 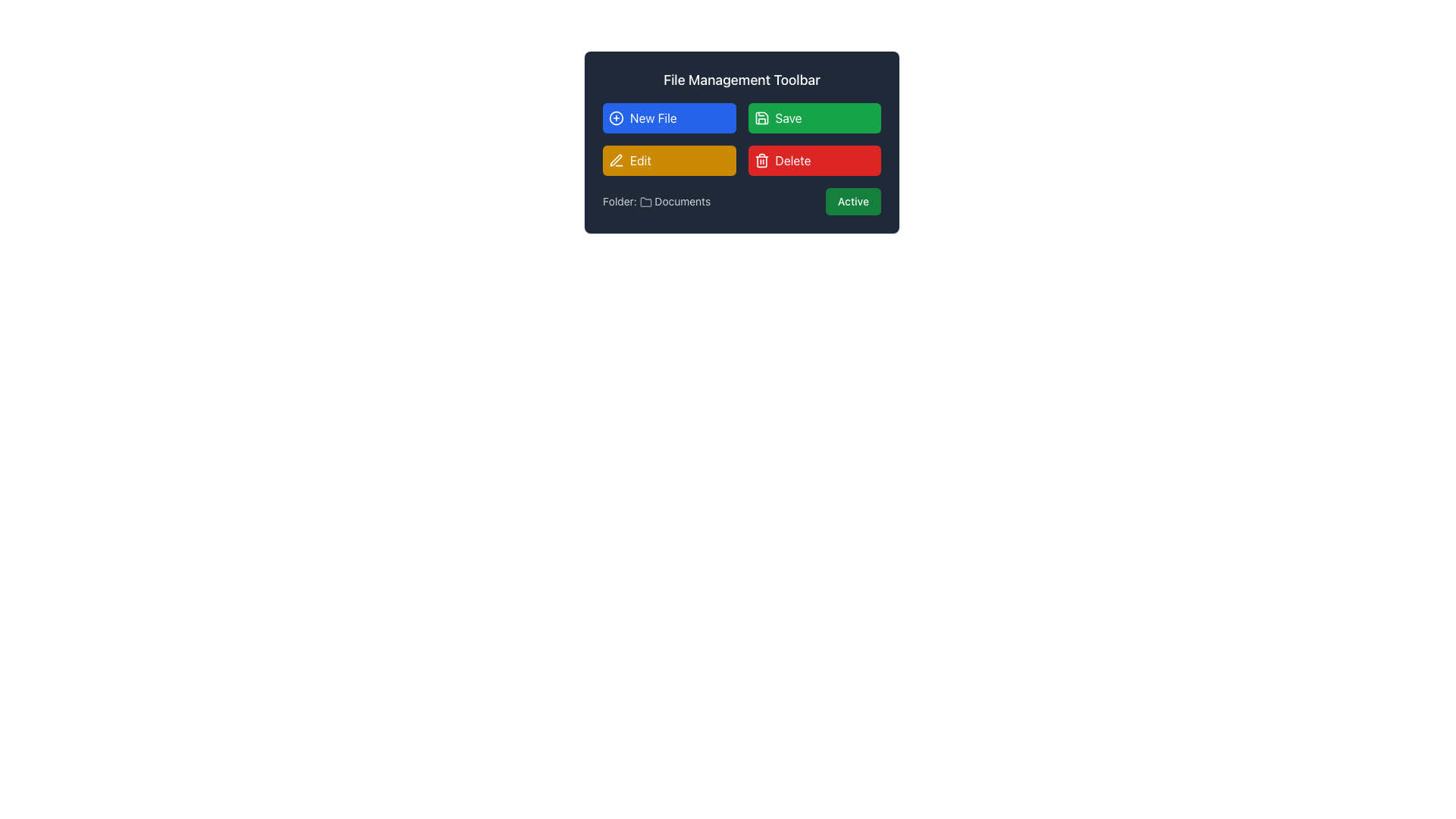 I want to click on the delete icon located within the 'Delete' button, which is the fourth button in a horizontal toolbar above the folder display, to initiate the delete action, so click(x=761, y=161).